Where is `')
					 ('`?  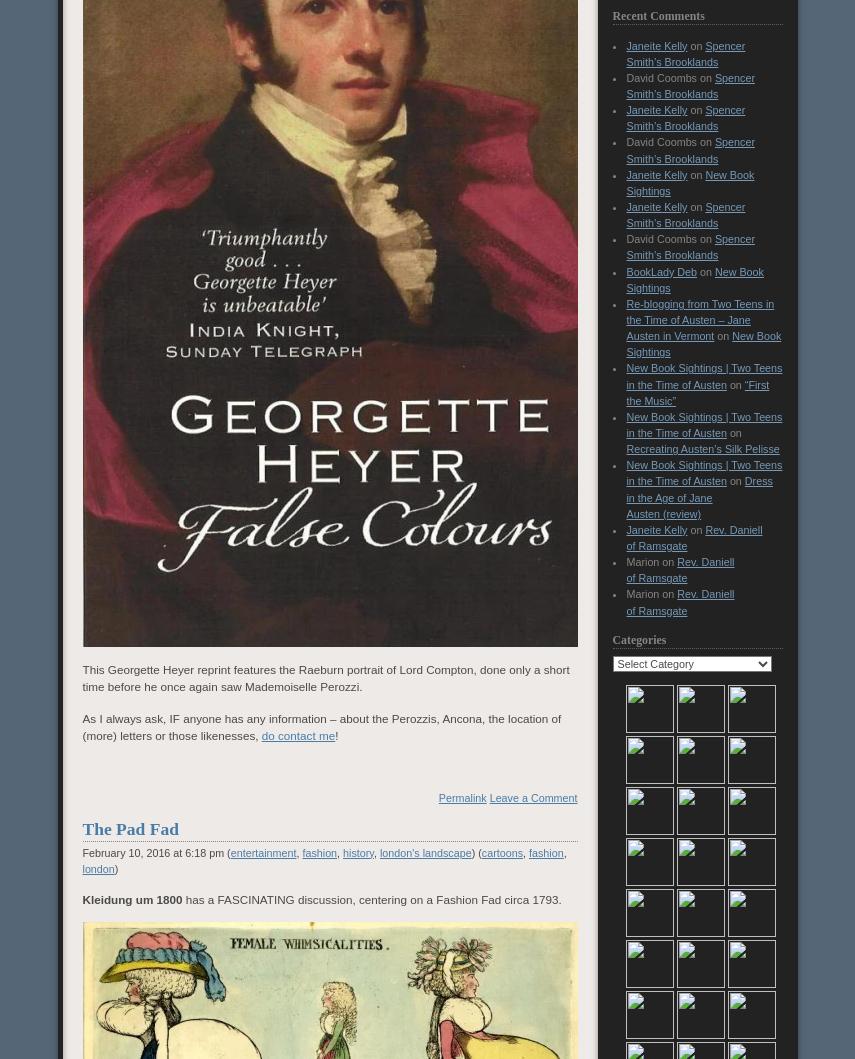 ')
					 (' is located at coordinates (471, 851).